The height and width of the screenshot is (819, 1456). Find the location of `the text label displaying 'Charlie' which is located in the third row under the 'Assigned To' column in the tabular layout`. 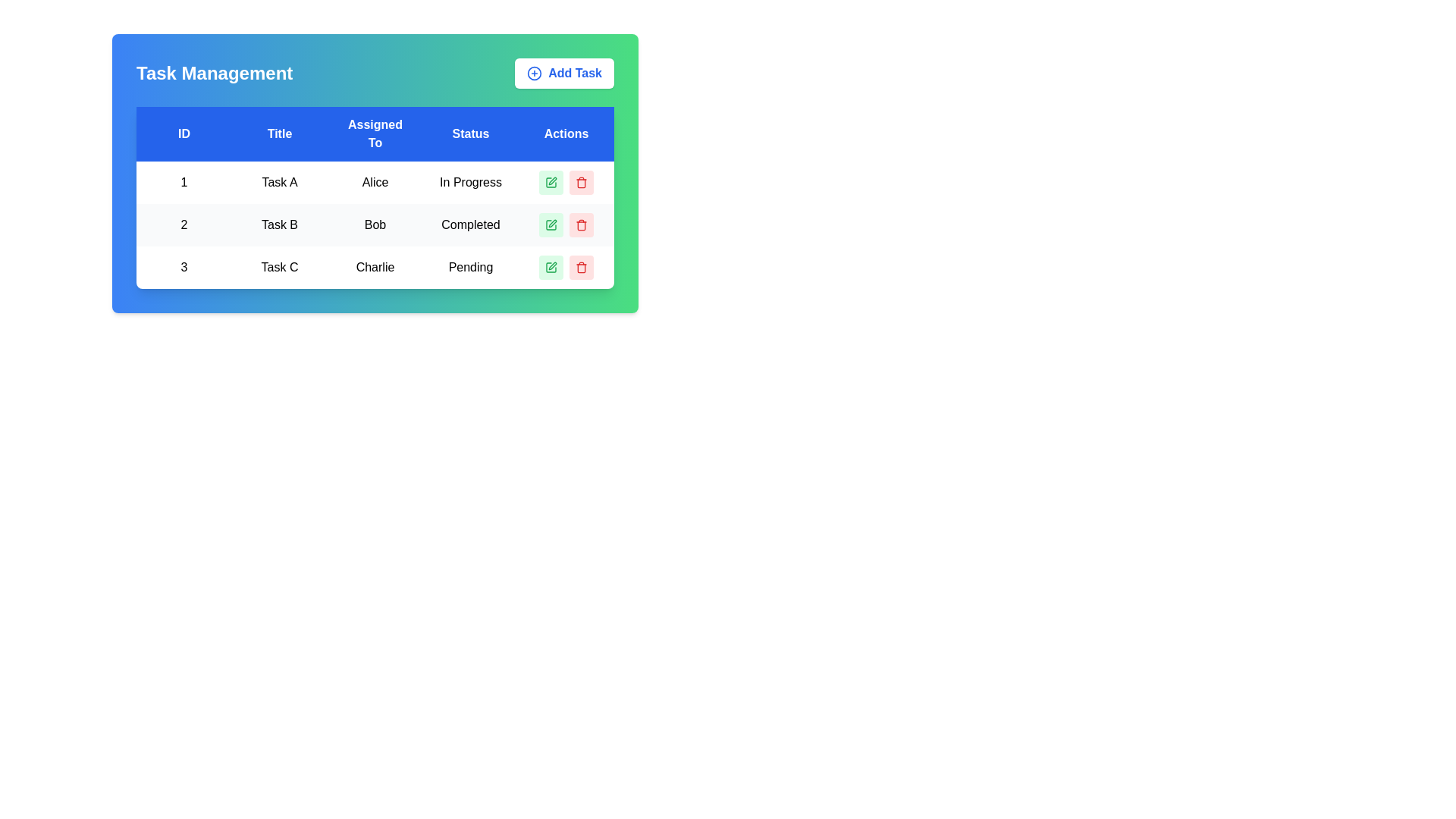

the text label displaying 'Charlie' which is located in the third row under the 'Assigned To' column in the tabular layout is located at coordinates (375, 267).